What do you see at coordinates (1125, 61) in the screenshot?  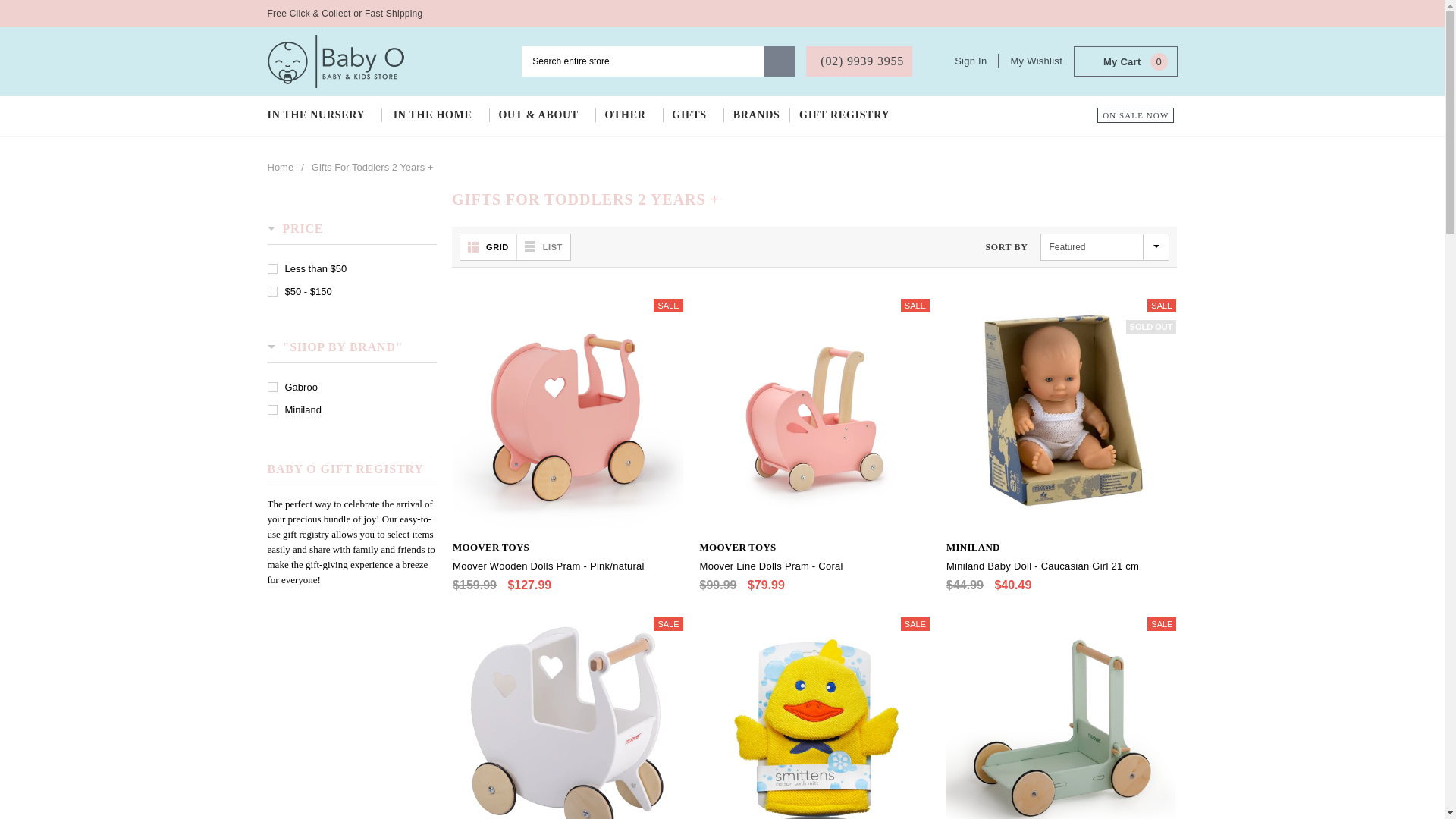 I see `'My Cart` at bounding box center [1125, 61].